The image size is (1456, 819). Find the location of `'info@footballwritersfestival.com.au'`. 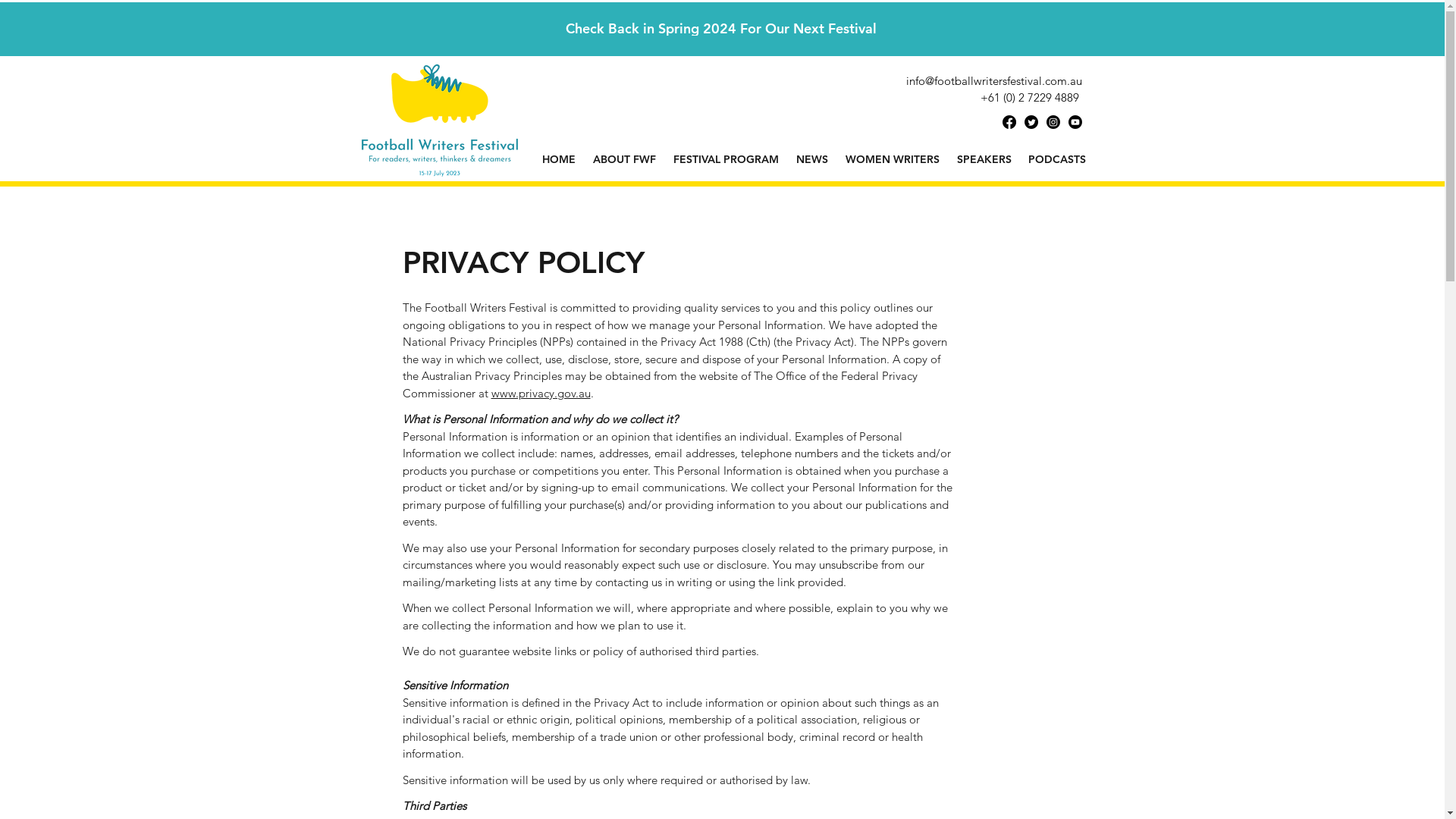

'info@footballwritersfestival.com.au' is located at coordinates (905, 80).